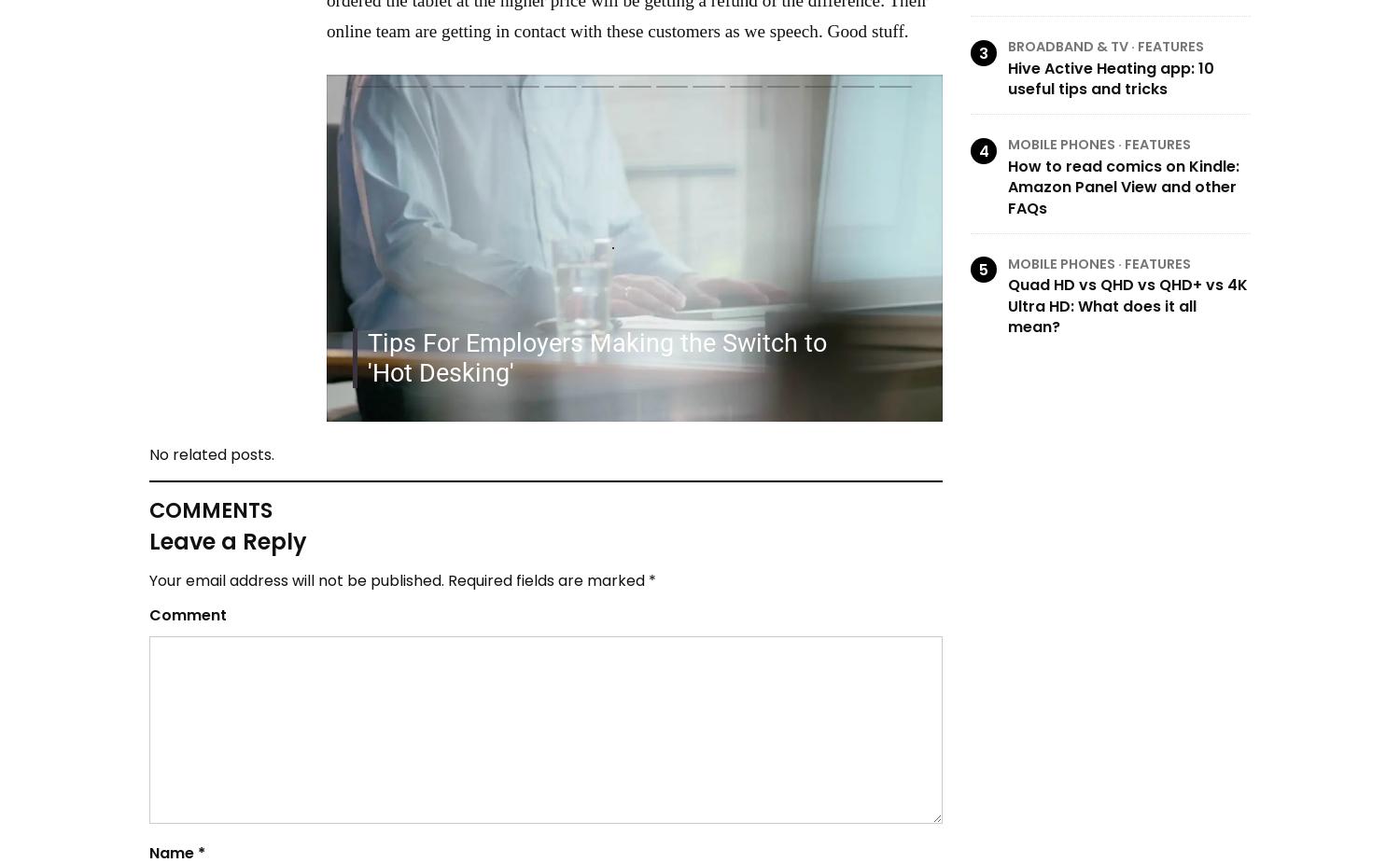 The image size is (1400, 863). Describe the element at coordinates (545, 580) in the screenshot. I see `'Required fields are marked'` at that location.